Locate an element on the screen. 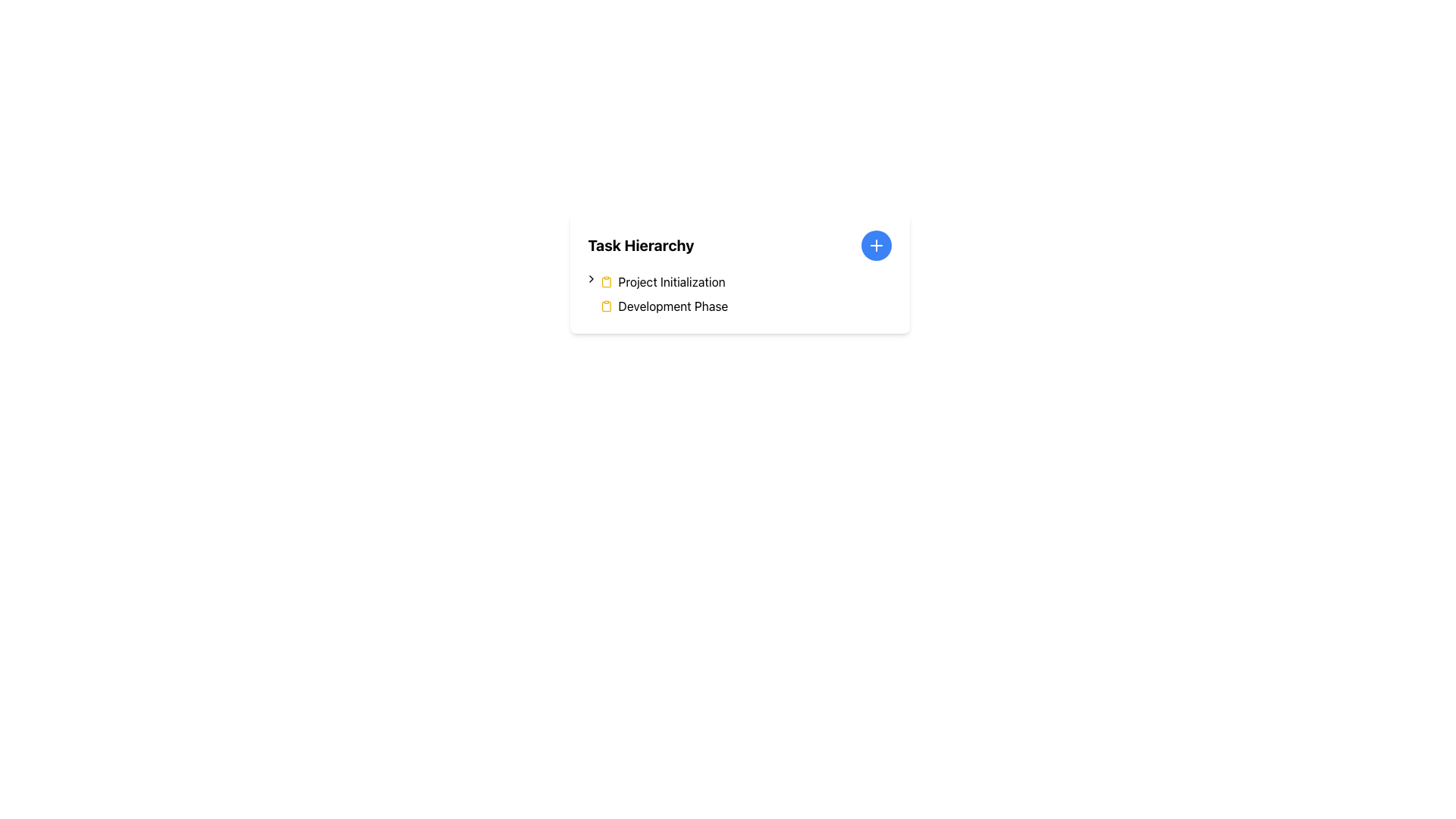  the yellow clipboard icon located to the left of the text 'Project Initialization' is located at coordinates (605, 281).